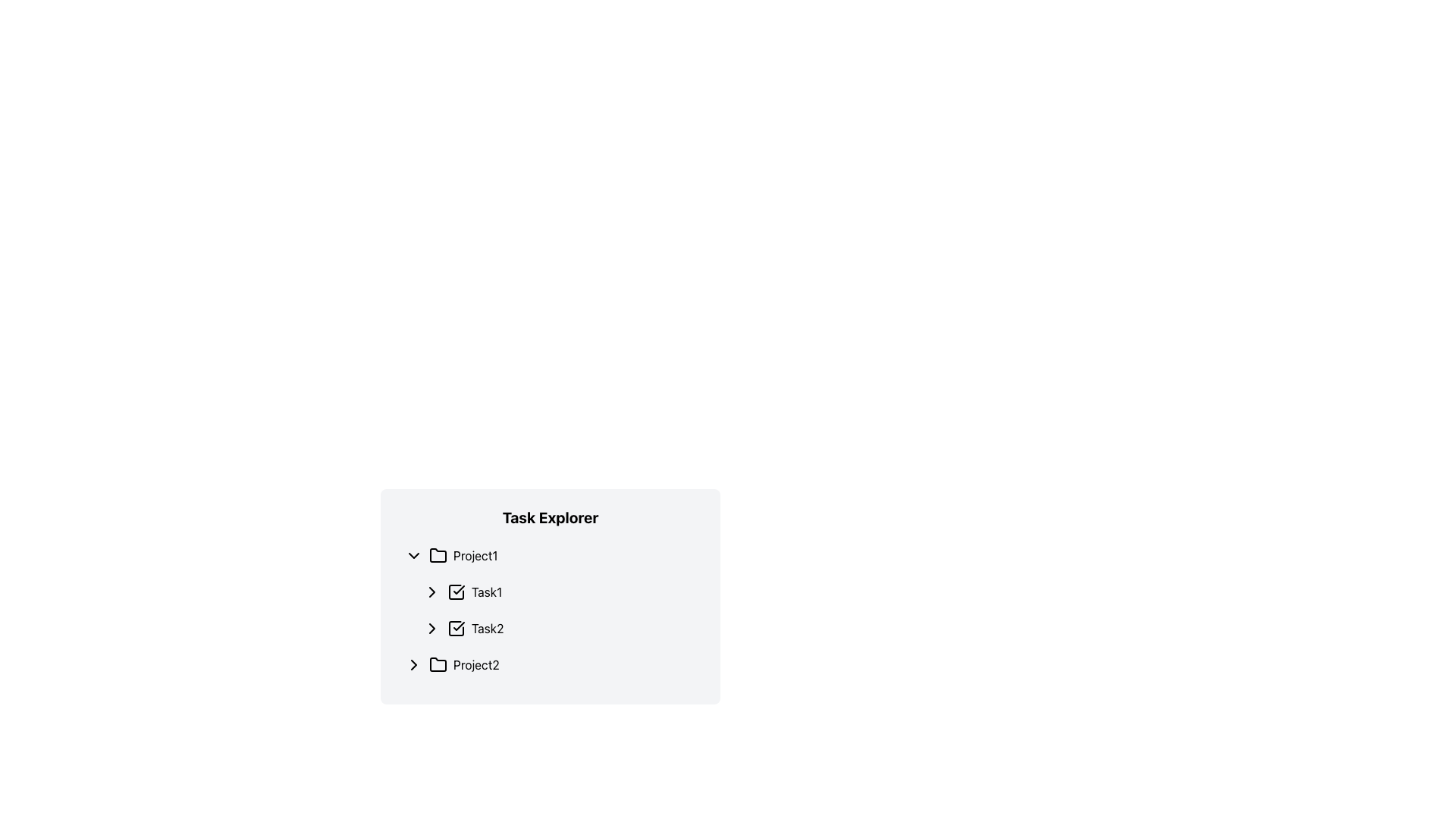 The height and width of the screenshot is (819, 1456). Describe the element at coordinates (414, 555) in the screenshot. I see `the chevron icon located in the 'Project1' section of the 'Task Explorer'` at that location.